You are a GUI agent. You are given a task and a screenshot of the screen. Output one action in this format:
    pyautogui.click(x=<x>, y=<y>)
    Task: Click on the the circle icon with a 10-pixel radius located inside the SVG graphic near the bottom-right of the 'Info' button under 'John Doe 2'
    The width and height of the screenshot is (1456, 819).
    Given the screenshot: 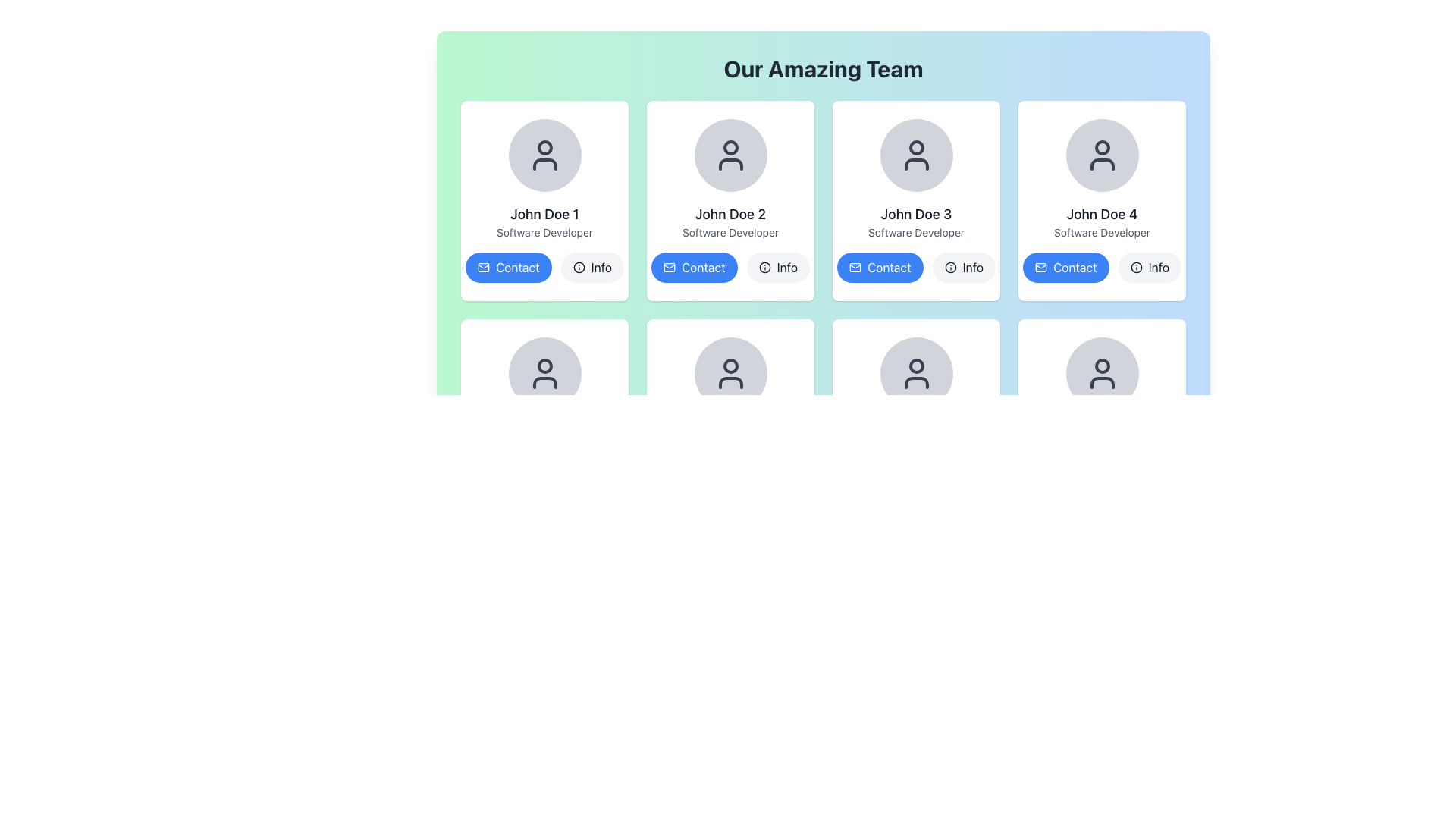 What is the action you would take?
    pyautogui.click(x=764, y=267)
    